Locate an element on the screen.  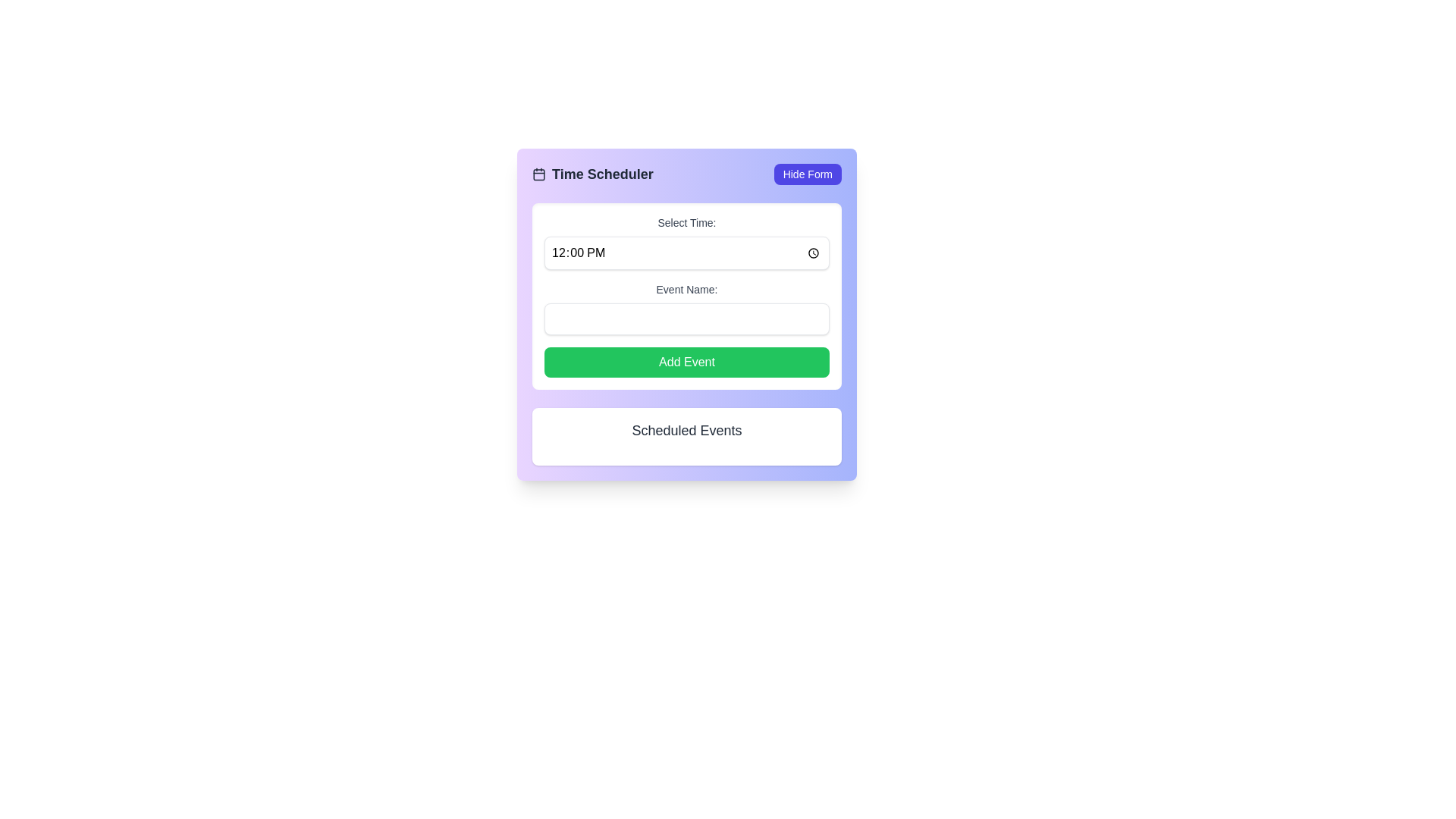
the button located at the top-right corner of the 'Time Scheduler' component to hide the form interface is located at coordinates (807, 174).